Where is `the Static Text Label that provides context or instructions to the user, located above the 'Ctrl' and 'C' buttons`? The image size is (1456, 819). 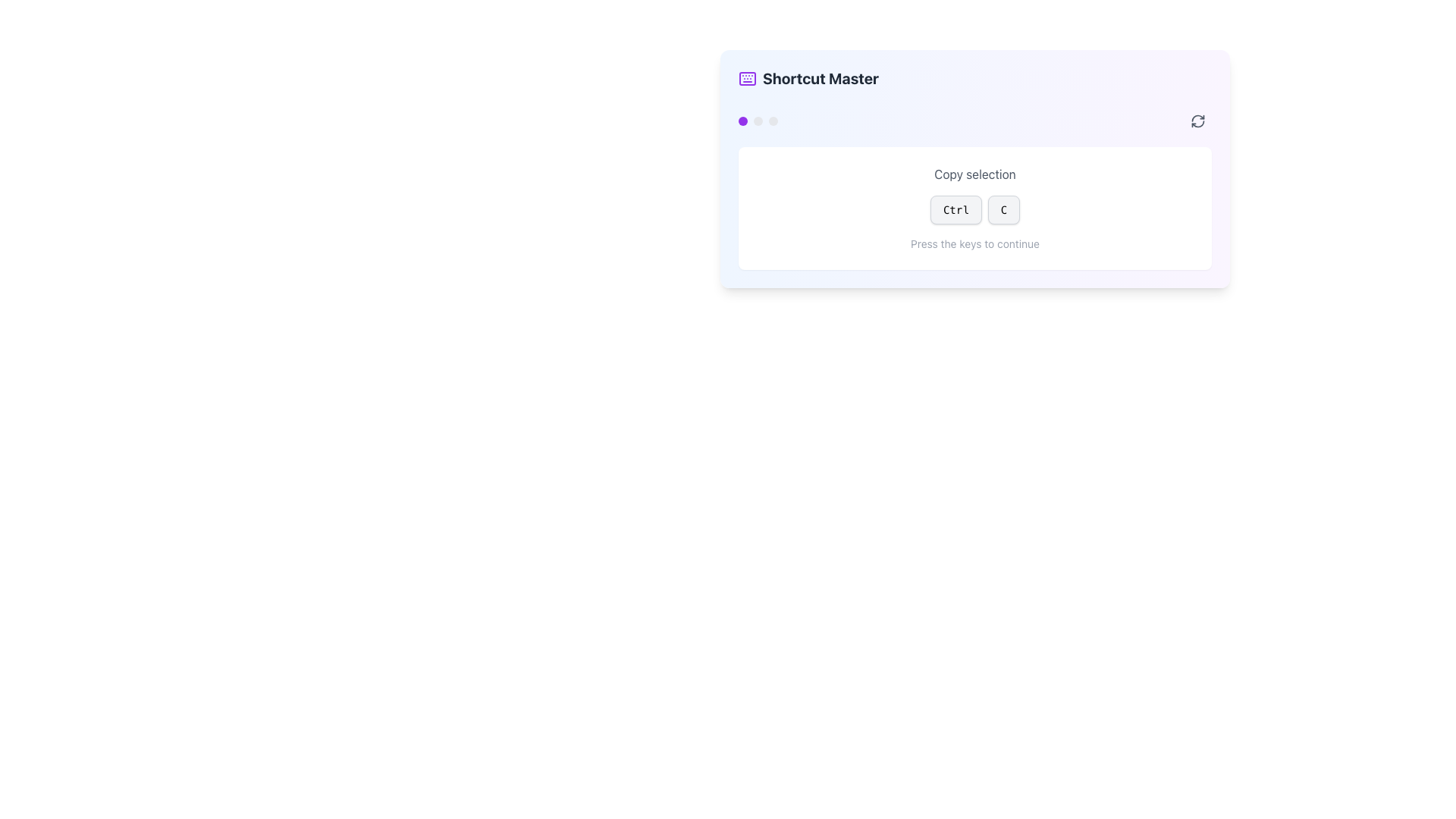
the Static Text Label that provides context or instructions to the user, located above the 'Ctrl' and 'C' buttons is located at coordinates (975, 174).